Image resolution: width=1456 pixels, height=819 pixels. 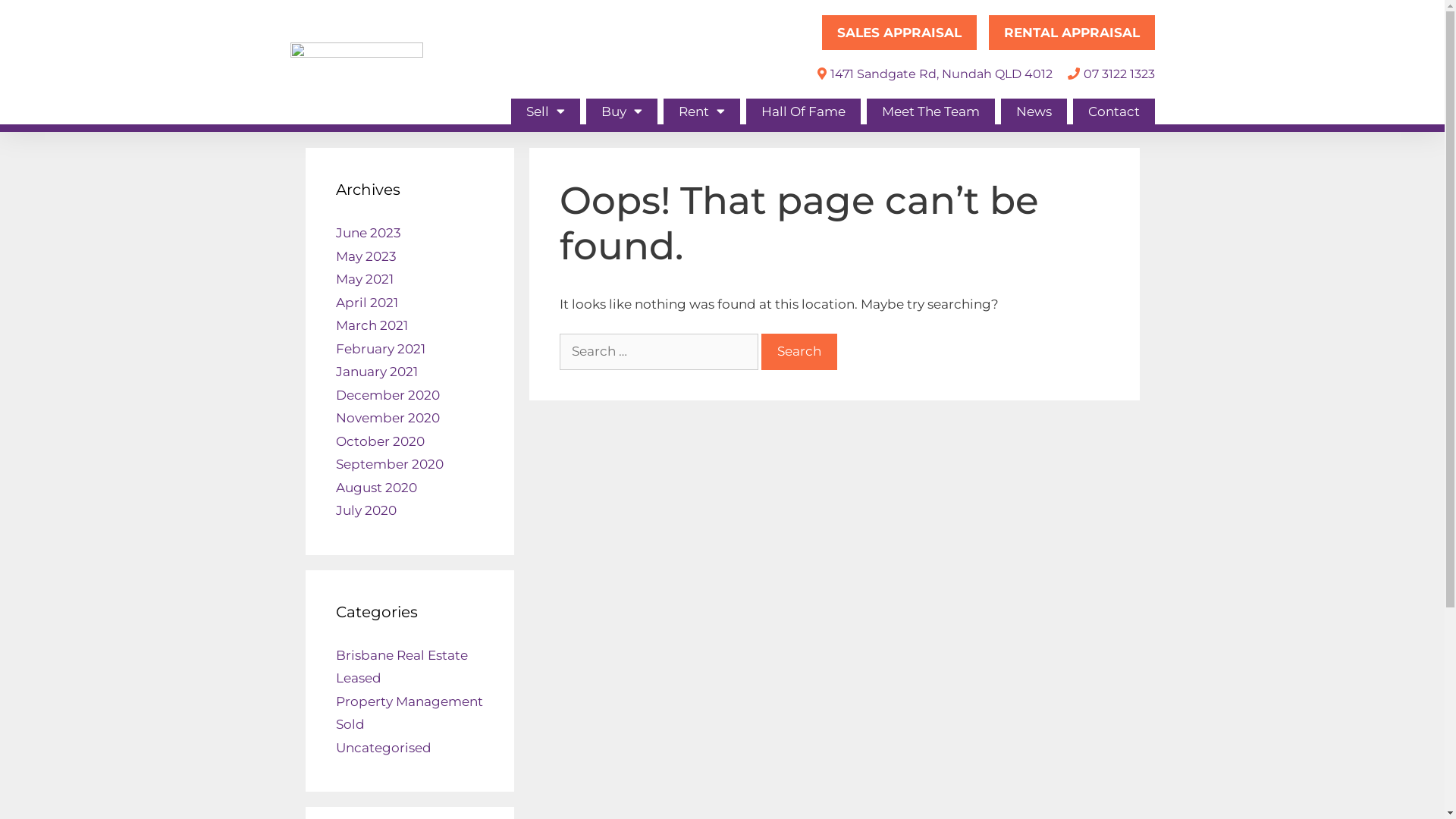 I want to click on 'Search', so click(x=761, y=351).